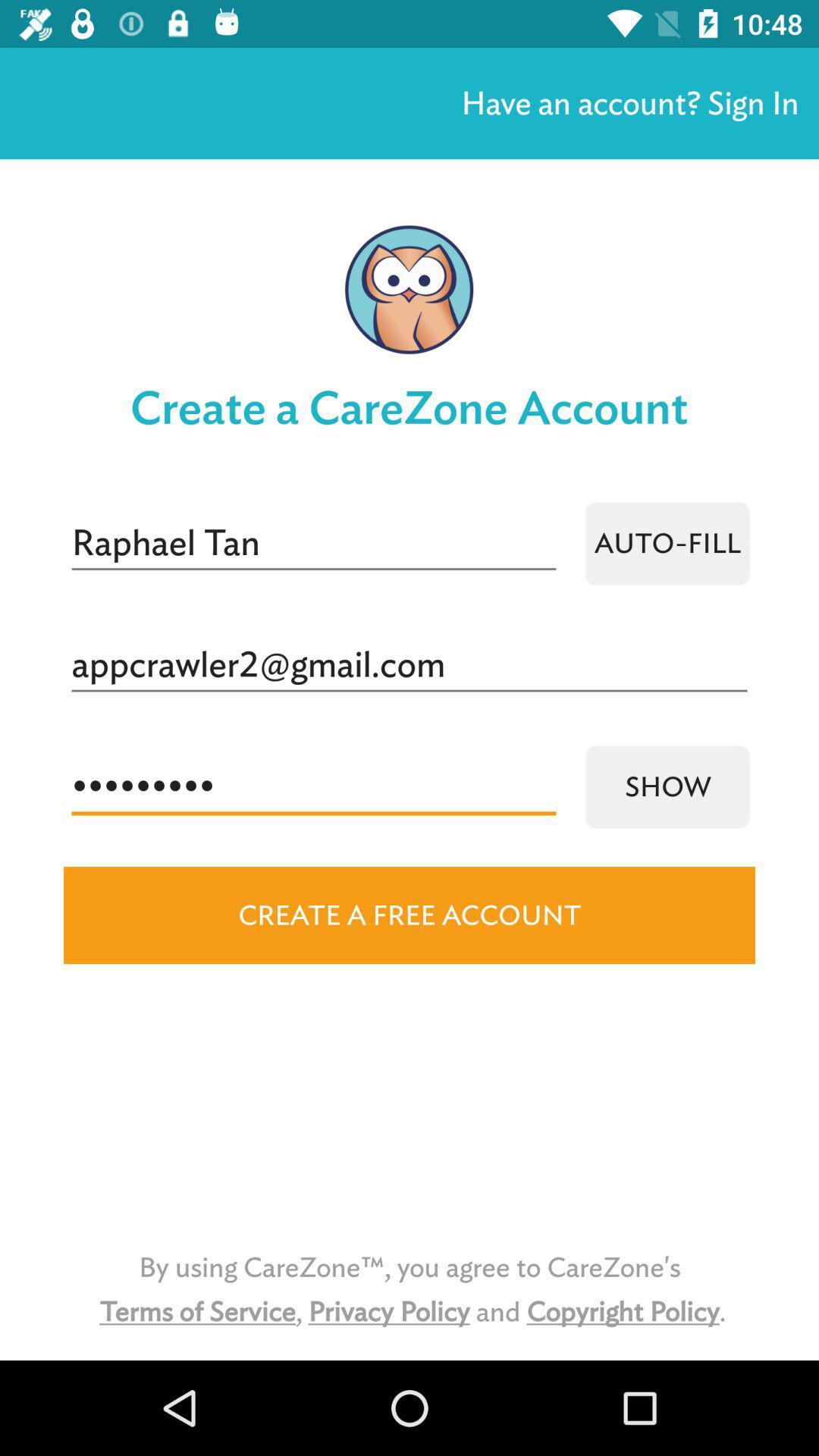 This screenshot has height=1456, width=819. What do you see at coordinates (667, 786) in the screenshot?
I see `the icon next to the crowd3116` at bounding box center [667, 786].